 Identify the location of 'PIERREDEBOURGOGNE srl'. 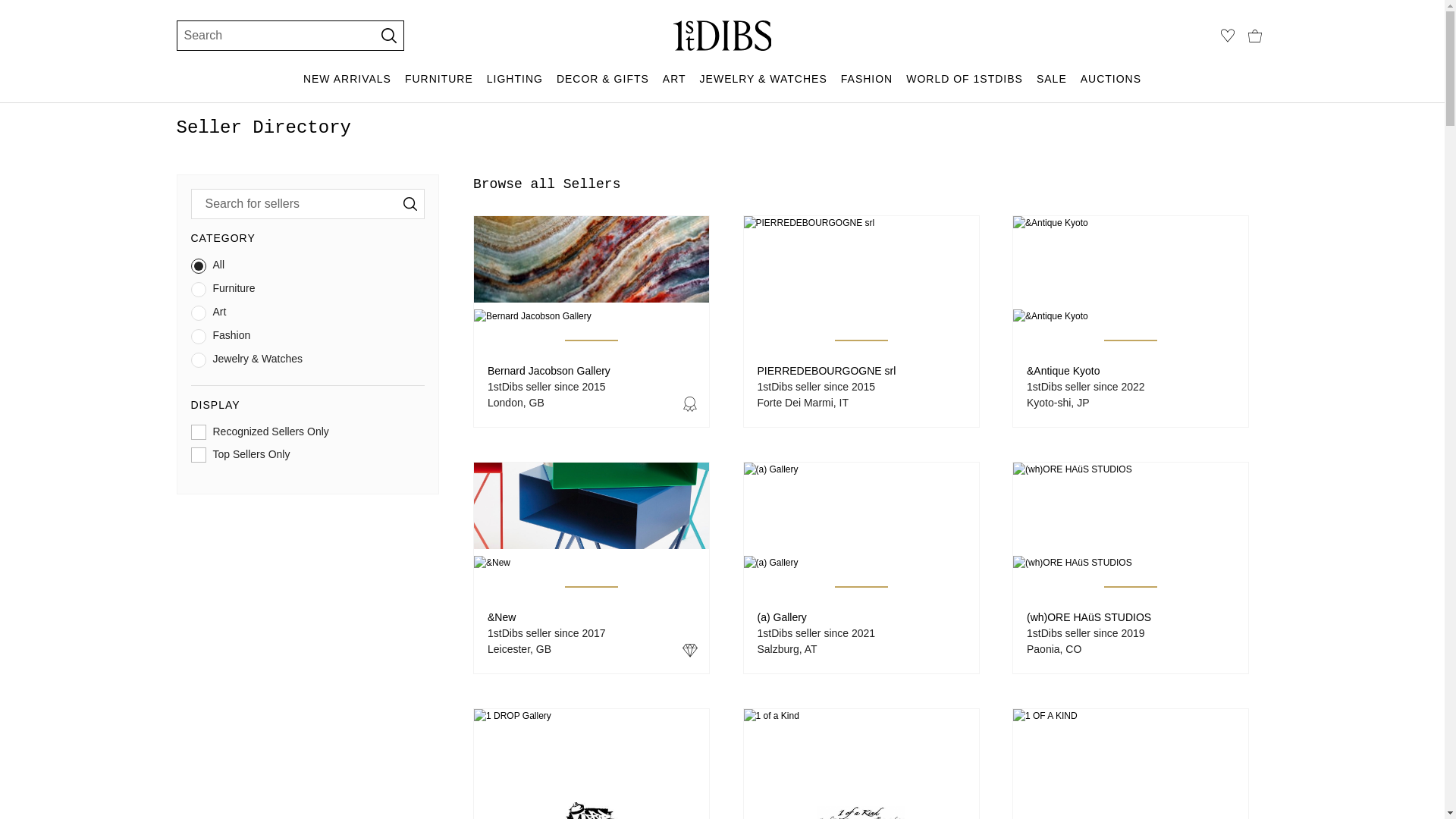
(825, 371).